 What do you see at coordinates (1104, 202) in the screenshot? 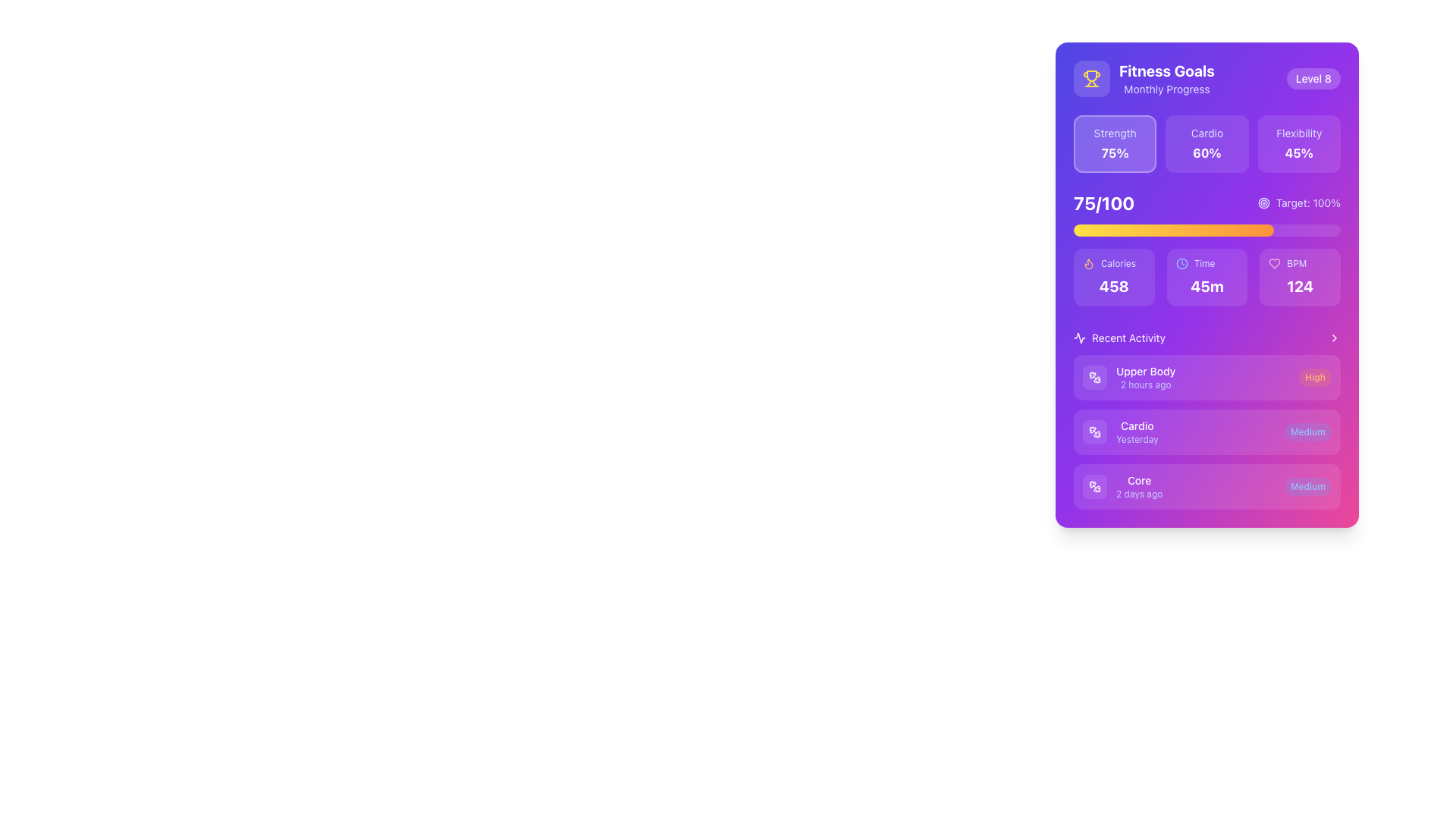
I see `the text display element that indicates progress or score, located towards the left side of the performance progress section` at bounding box center [1104, 202].